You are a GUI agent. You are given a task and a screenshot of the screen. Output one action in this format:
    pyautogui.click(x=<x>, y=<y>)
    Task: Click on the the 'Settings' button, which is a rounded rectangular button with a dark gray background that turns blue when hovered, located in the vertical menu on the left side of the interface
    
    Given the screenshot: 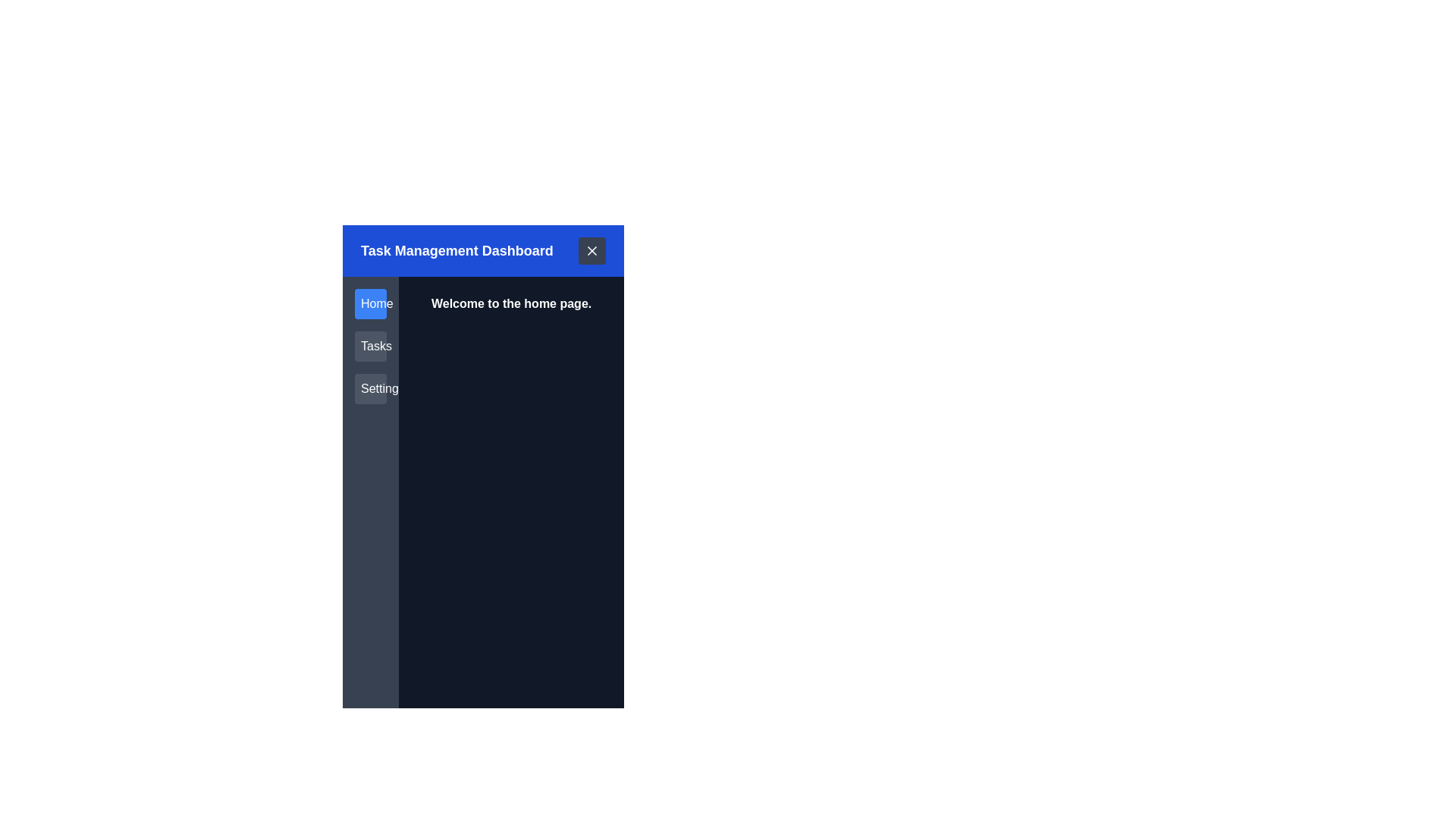 What is the action you would take?
    pyautogui.click(x=371, y=388)
    